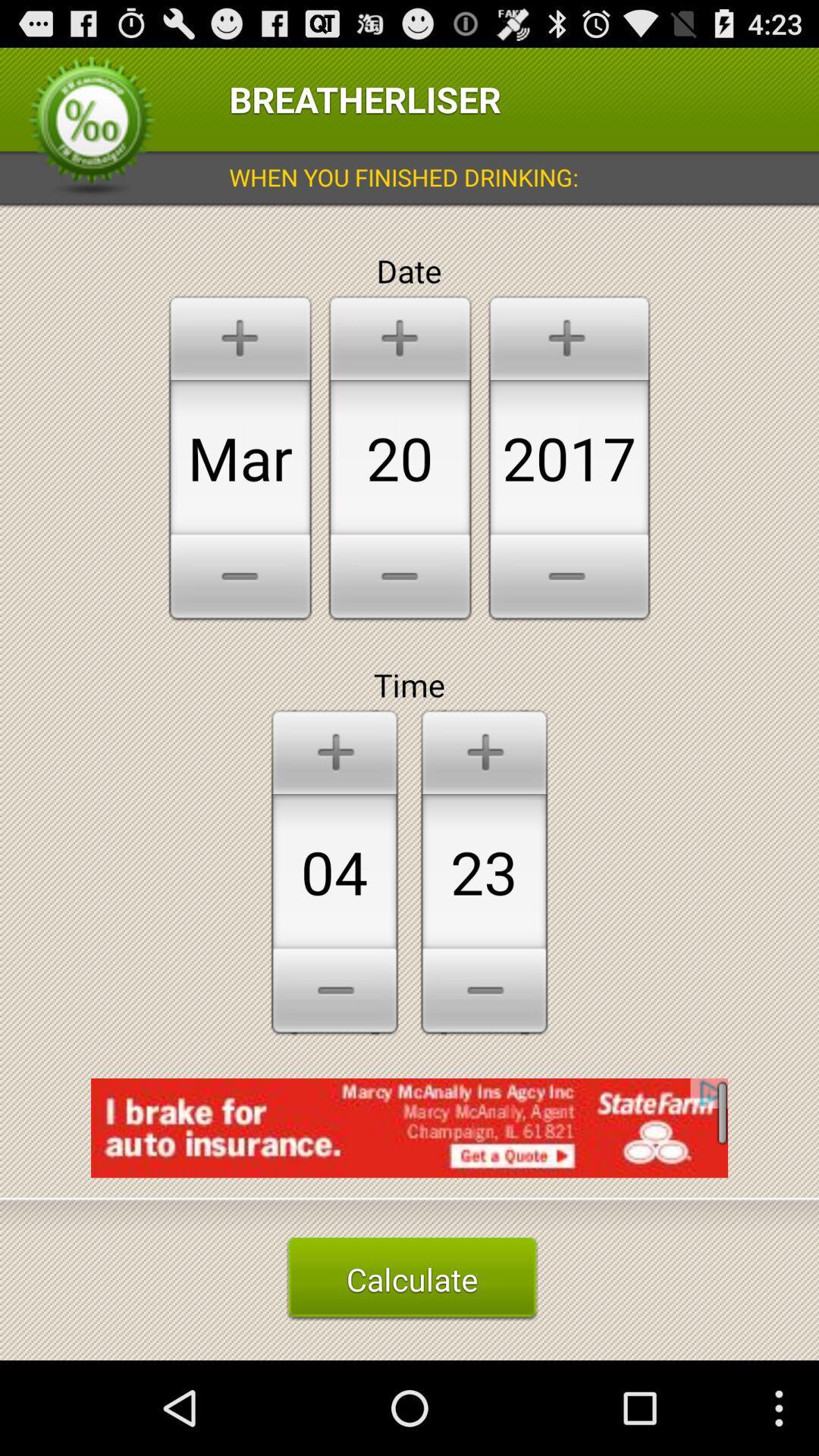 This screenshot has width=819, height=1456. I want to click on below 23, so click(485, 993).